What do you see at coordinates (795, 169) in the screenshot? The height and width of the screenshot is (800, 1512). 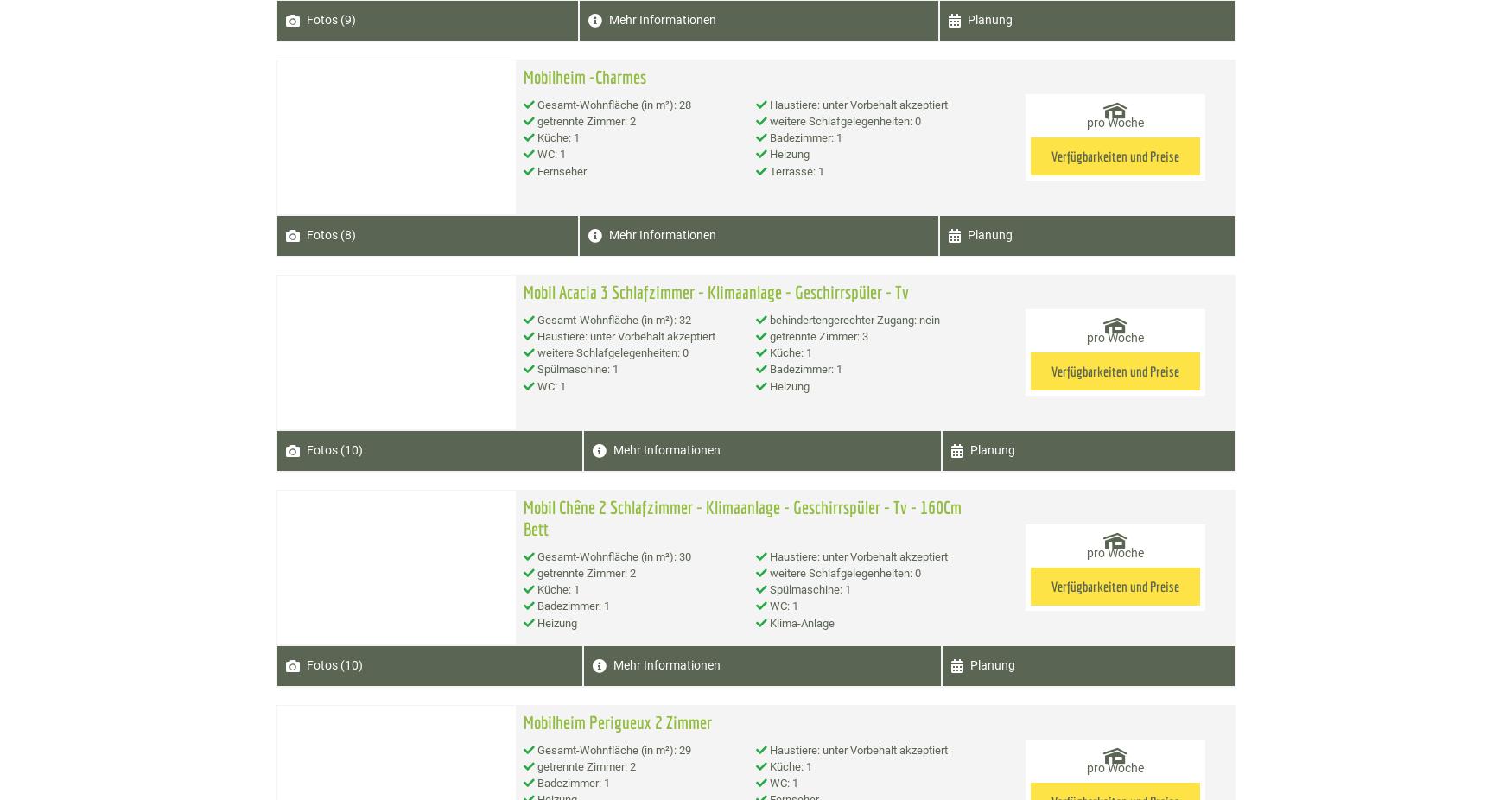 I see `'Terrasse: 1'` at bounding box center [795, 169].